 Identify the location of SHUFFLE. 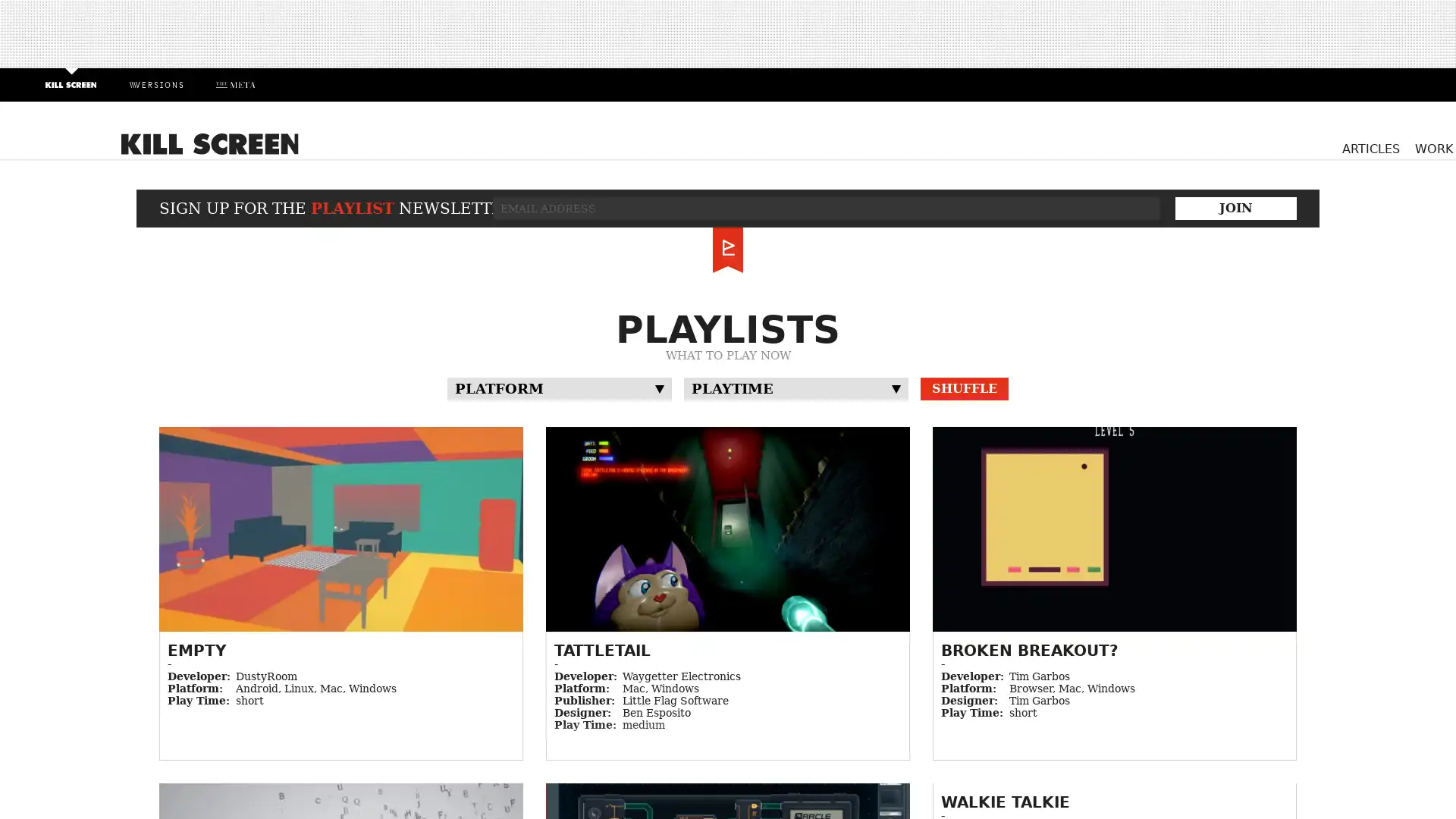
(964, 388).